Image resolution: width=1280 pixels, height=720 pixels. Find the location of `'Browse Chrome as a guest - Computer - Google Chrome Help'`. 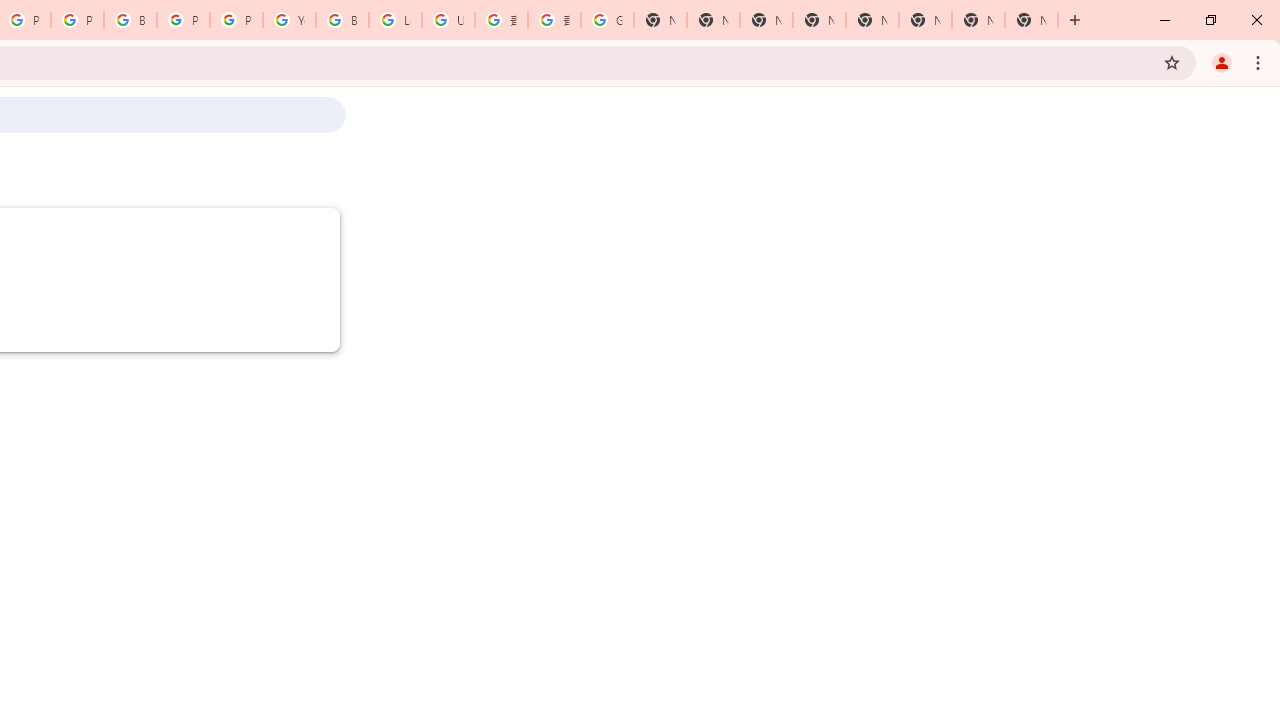

'Browse Chrome as a guest - Computer - Google Chrome Help' is located at coordinates (342, 20).